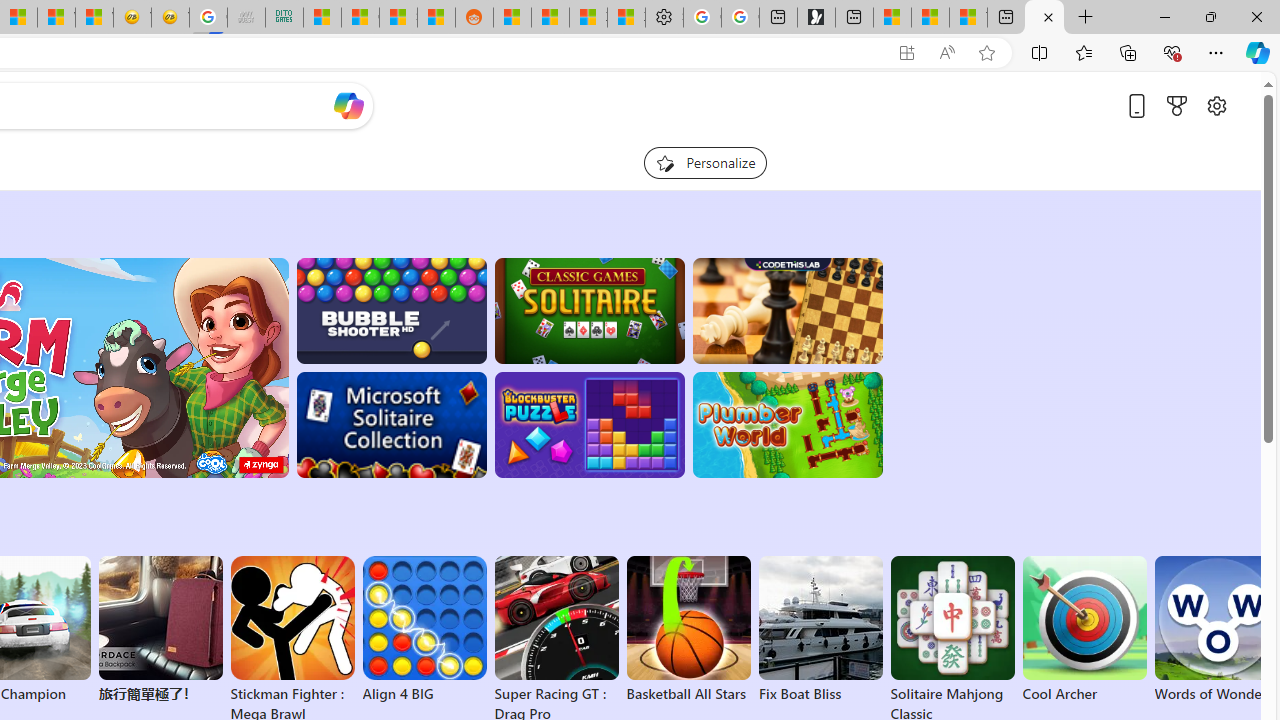  I want to click on 'Words of Wonders', so click(1215, 630).